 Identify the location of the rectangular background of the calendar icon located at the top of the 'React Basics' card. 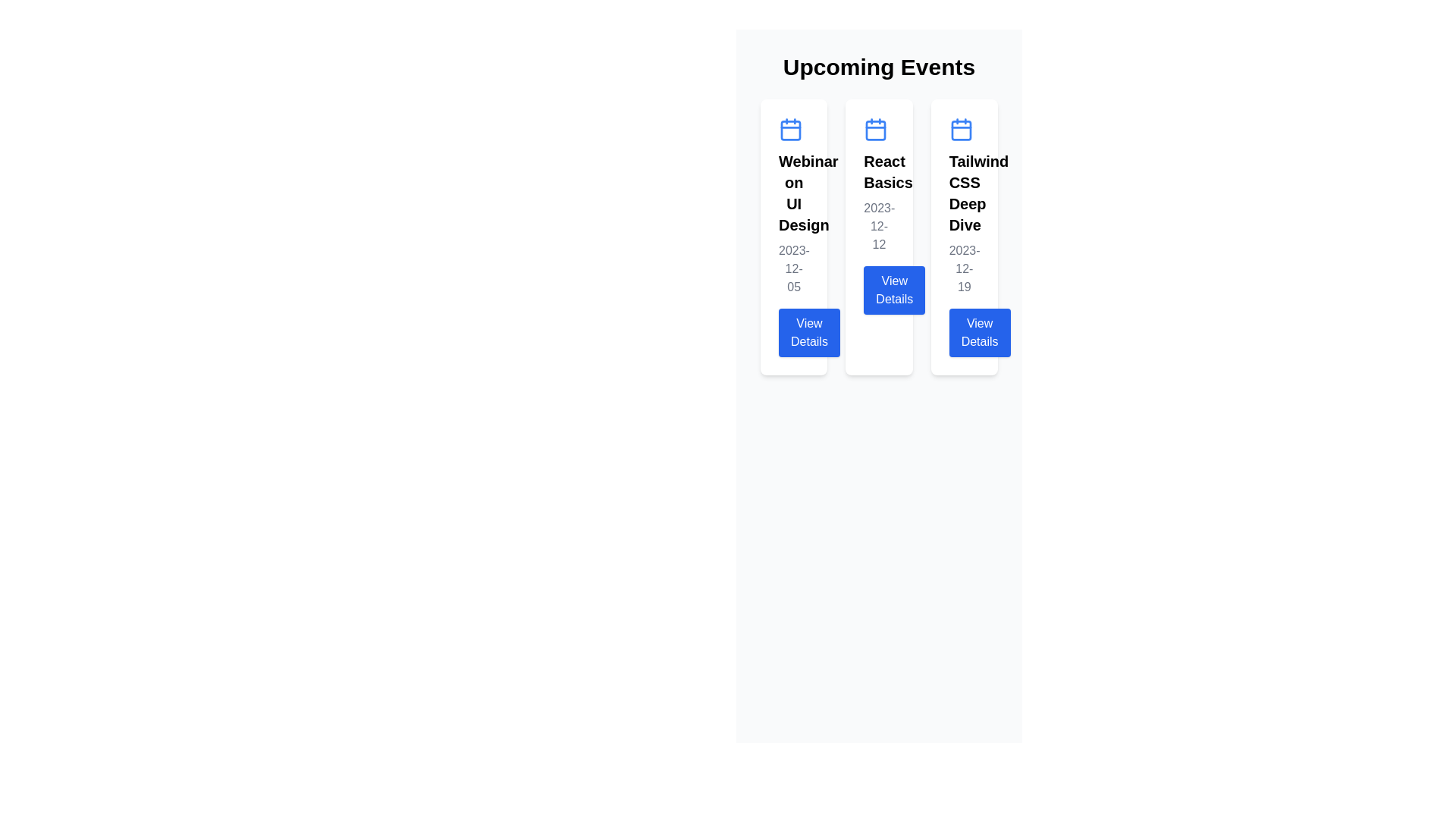
(876, 130).